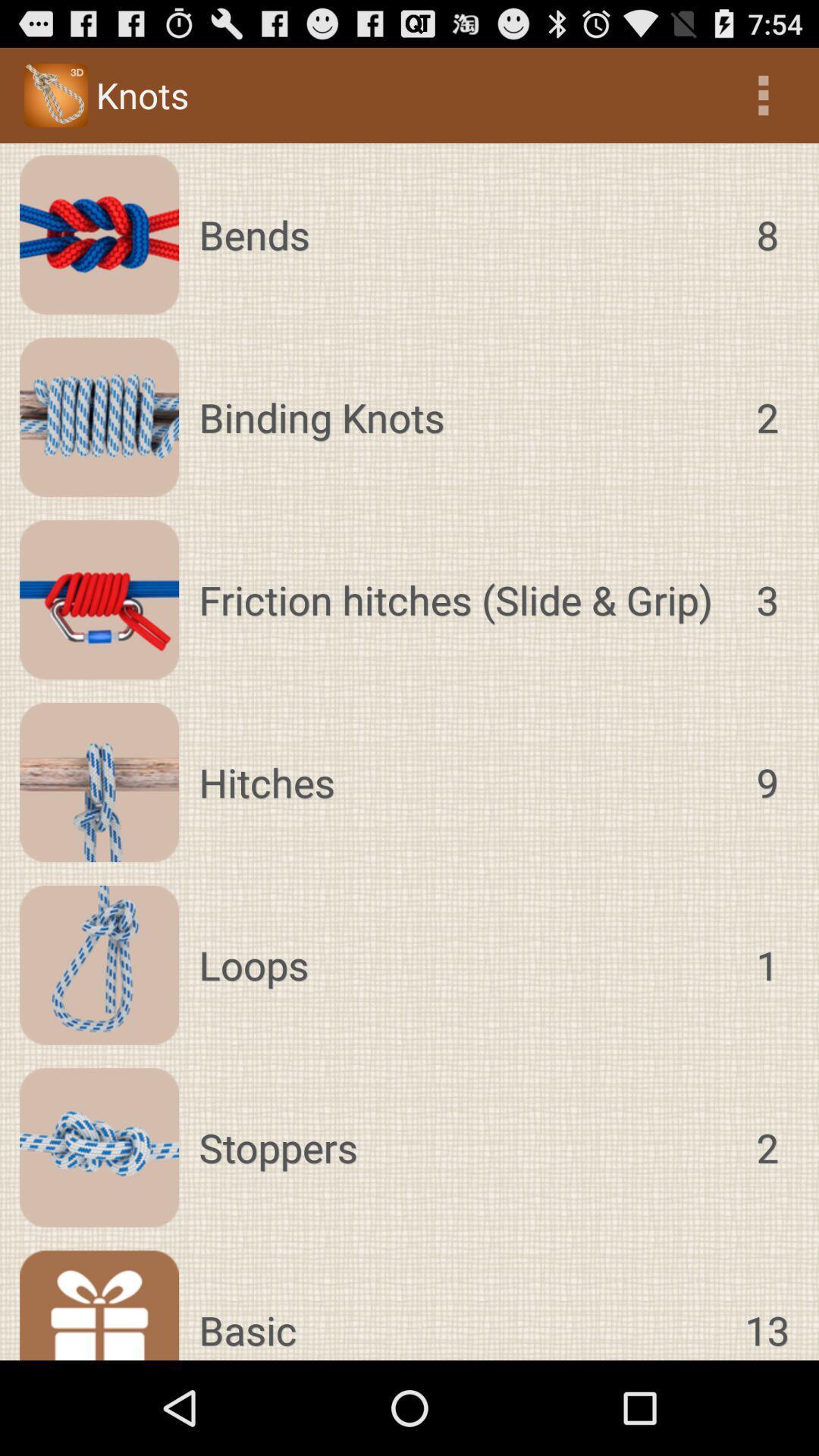 The height and width of the screenshot is (1456, 819). I want to click on app next to loops app, so click(767, 964).